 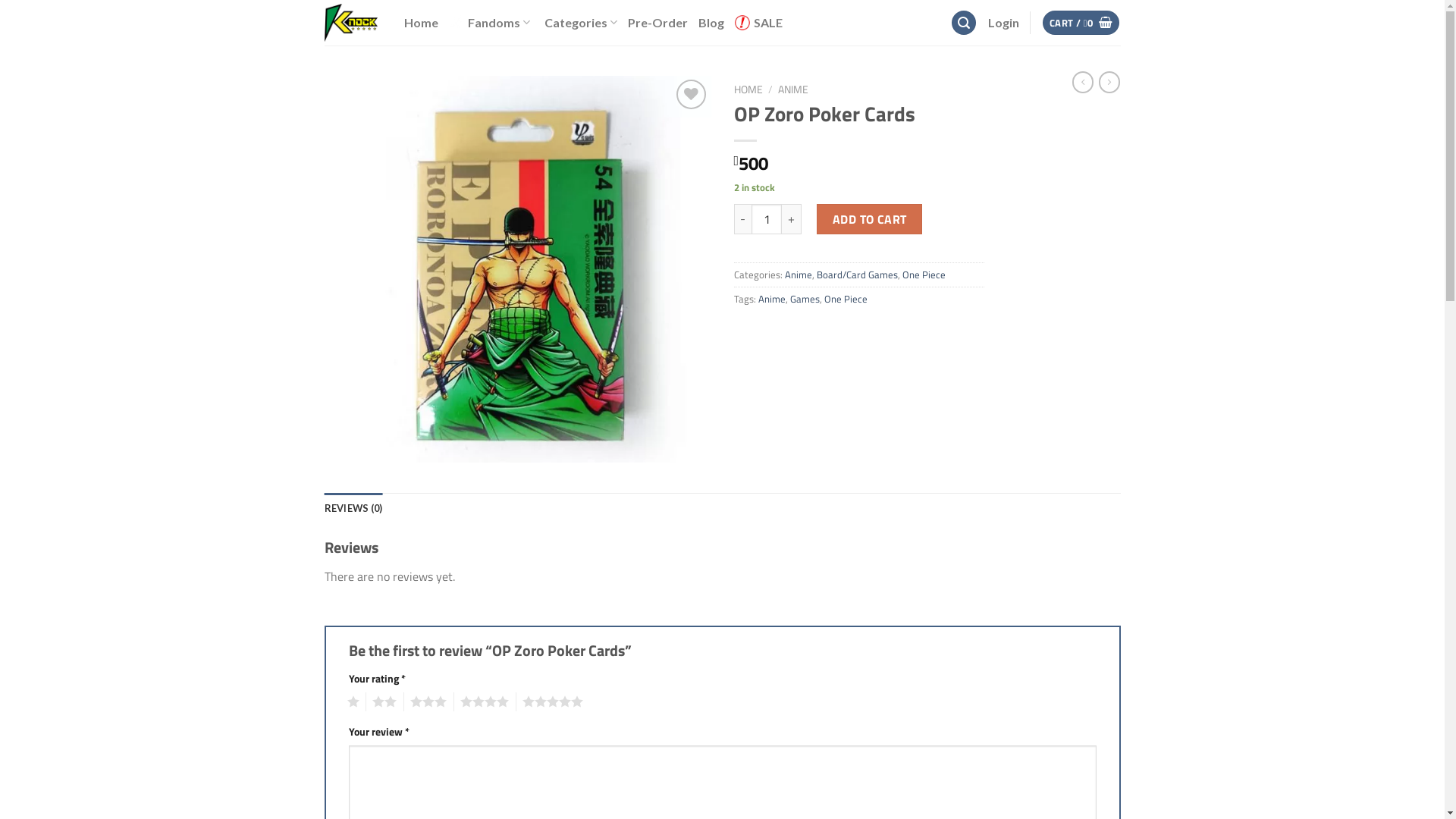 I want to click on 'Games', so click(x=804, y=298).